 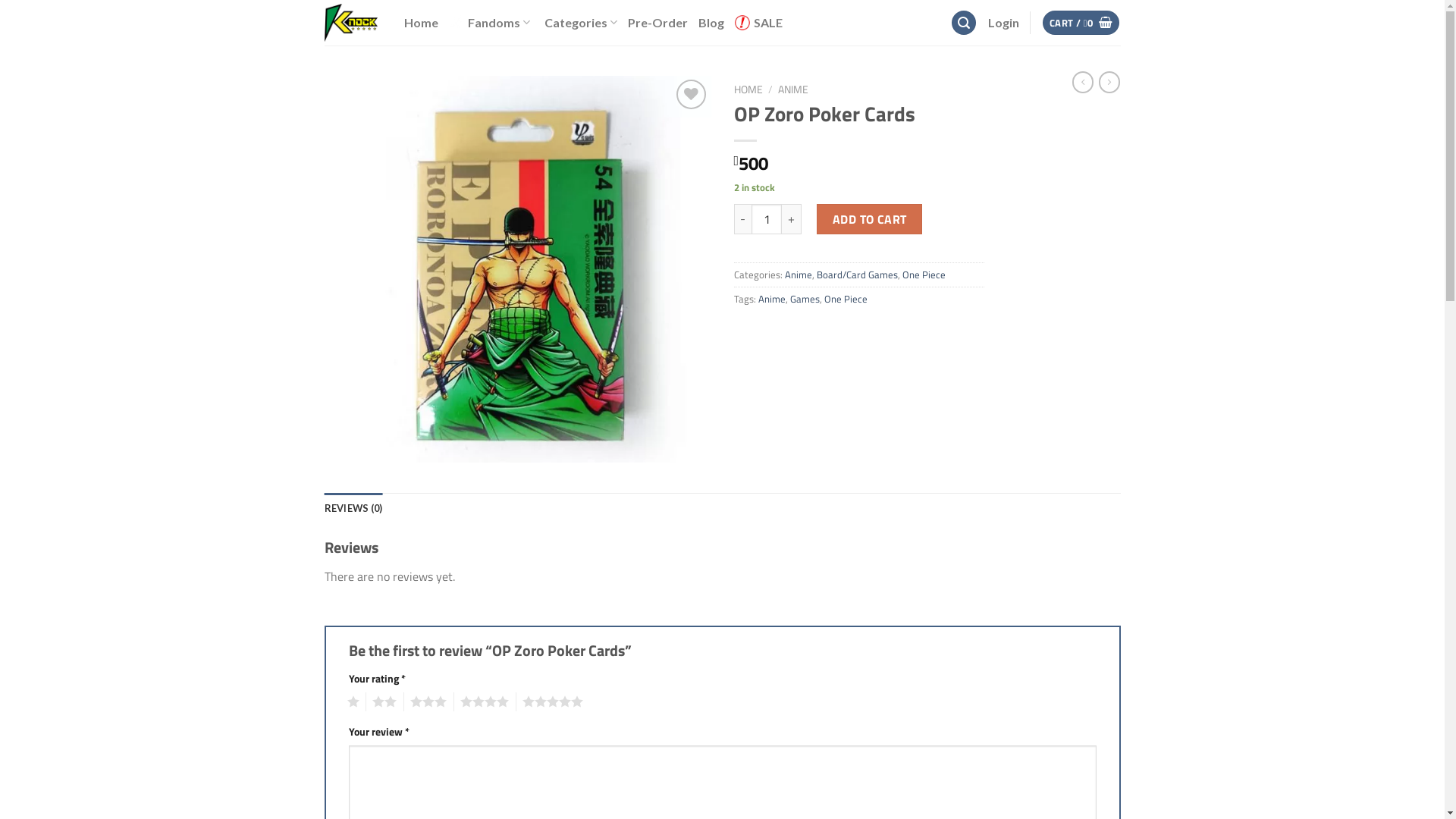 I want to click on 'Games', so click(x=804, y=298).